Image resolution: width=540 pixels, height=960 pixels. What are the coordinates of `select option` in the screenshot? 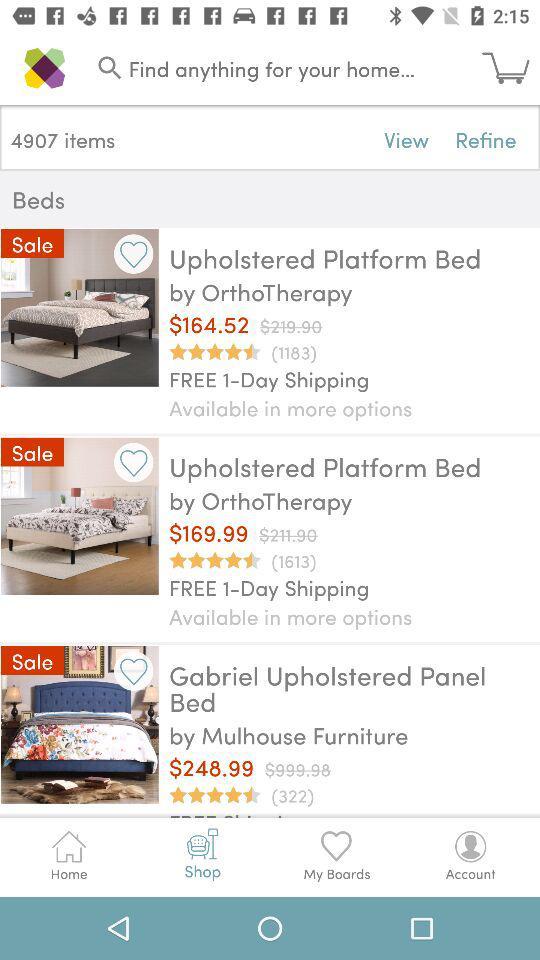 It's located at (133, 671).